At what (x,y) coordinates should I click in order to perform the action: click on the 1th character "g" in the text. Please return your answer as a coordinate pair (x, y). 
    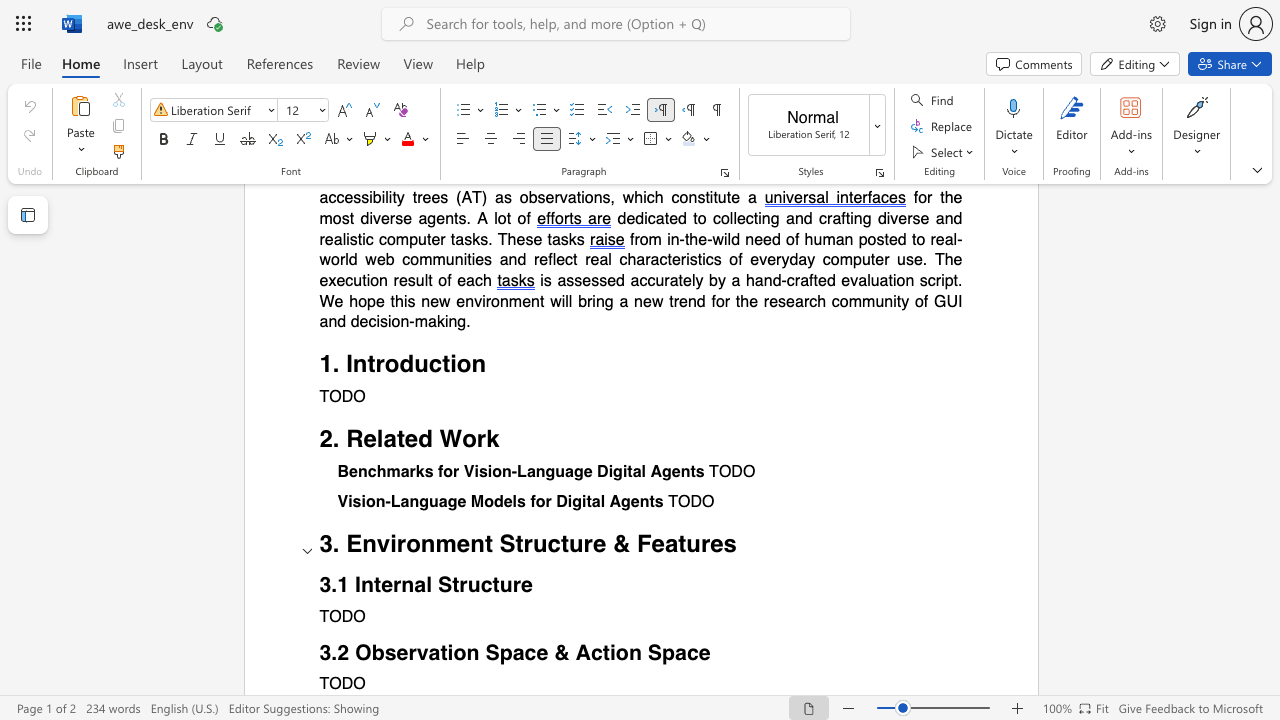
    Looking at the image, I should click on (423, 501).